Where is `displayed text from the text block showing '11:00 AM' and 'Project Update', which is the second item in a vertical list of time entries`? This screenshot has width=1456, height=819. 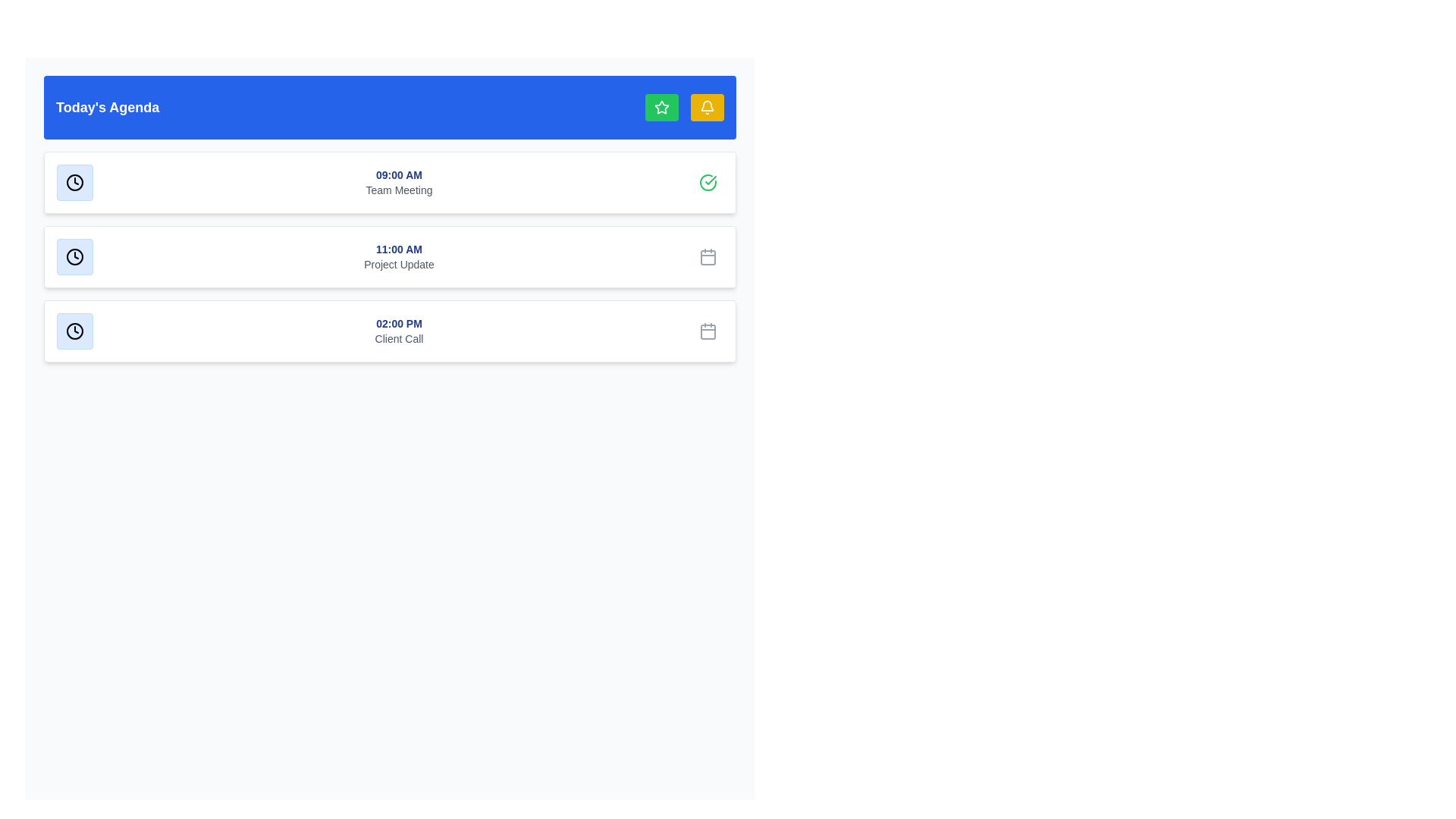
displayed text from the text block showing '11:00 AM' and 'Project Update', which is the second item in a vertical list of time entries is located at coordinates (399, 256).